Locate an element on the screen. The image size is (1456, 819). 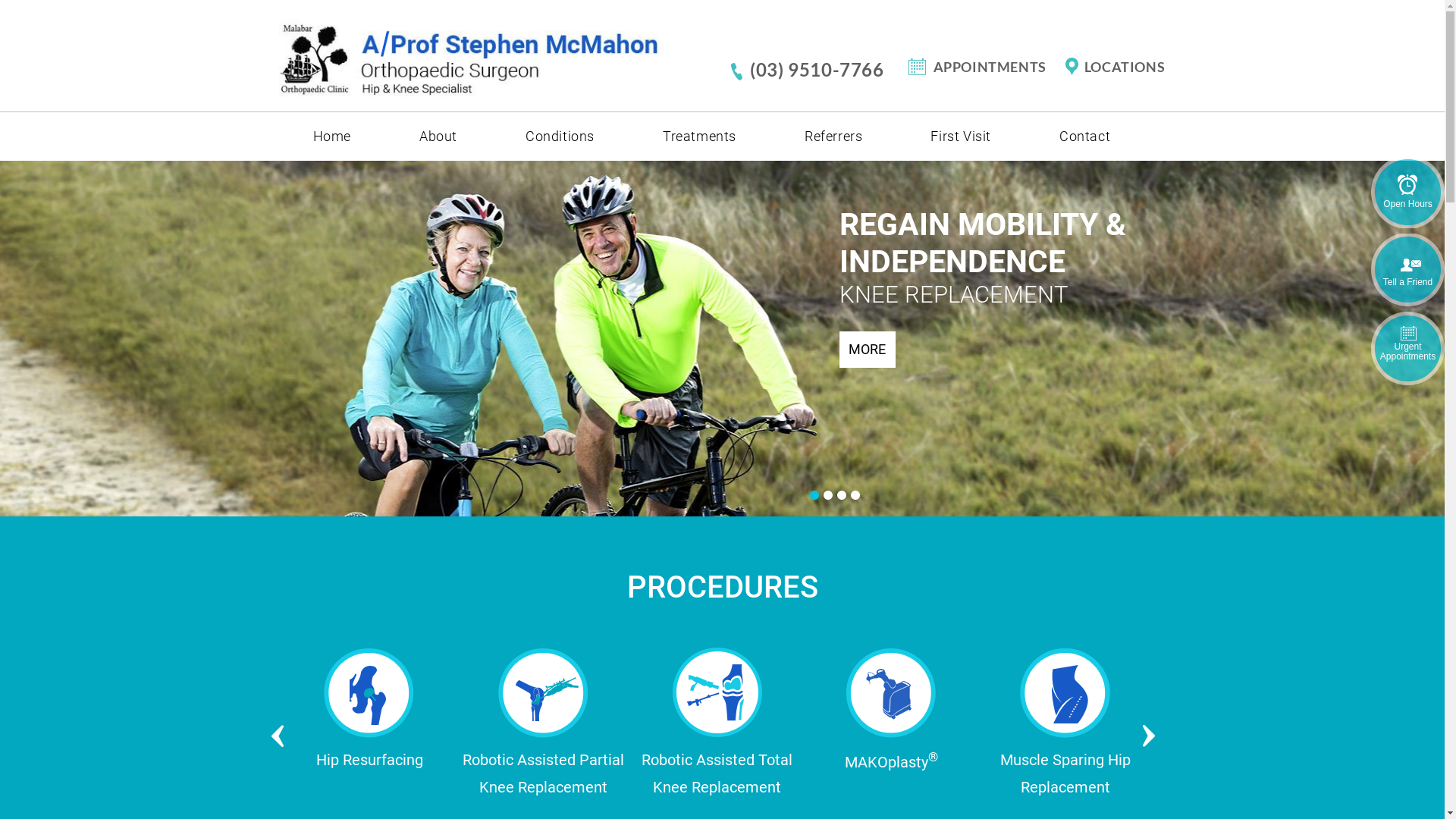
'MORE' is located at coordinates (866, 349).